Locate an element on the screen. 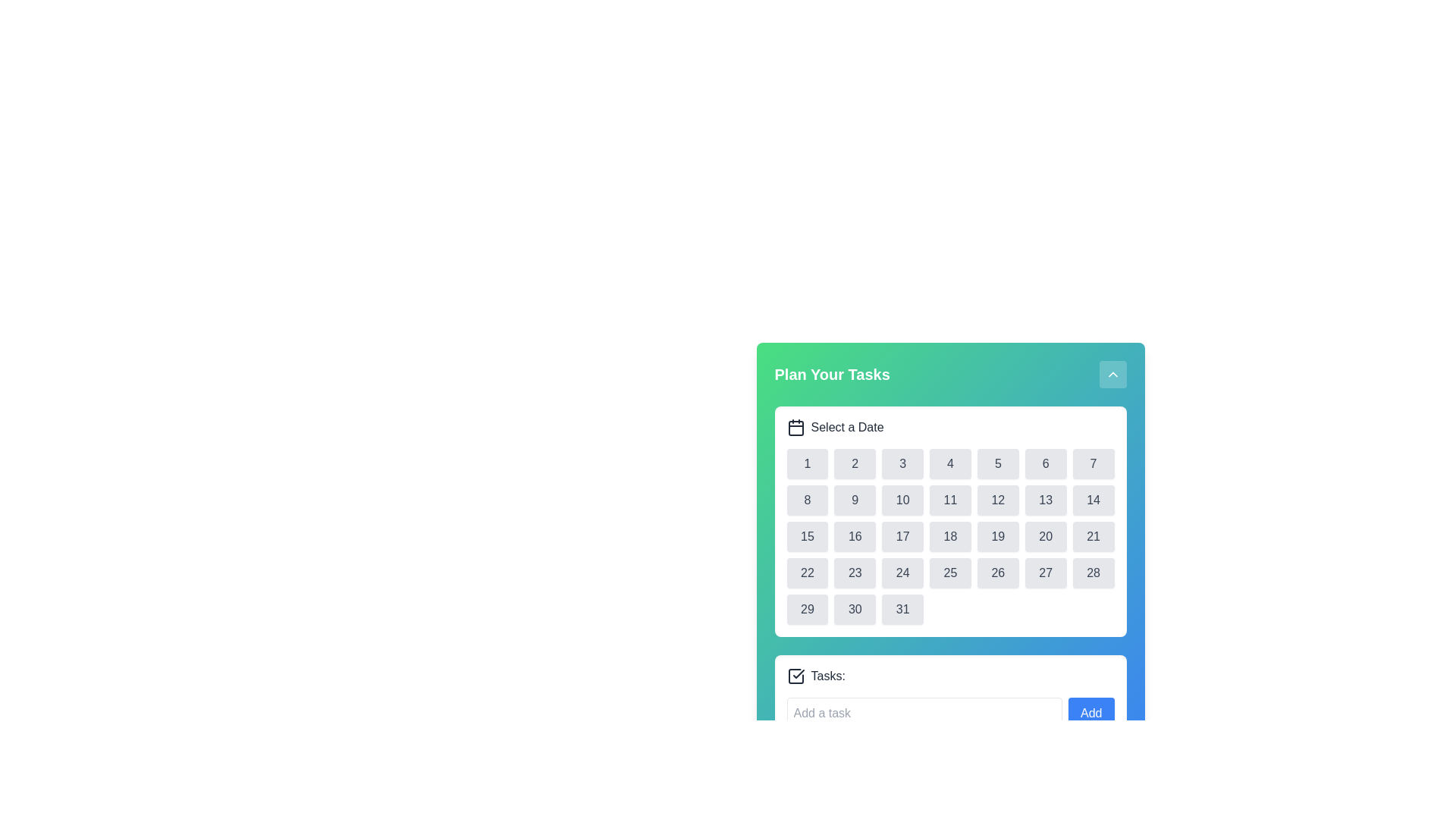  the selectable date button in the calendar interface, which is positioned in the second row and first column of the grid is located at coordinates (806, 500).